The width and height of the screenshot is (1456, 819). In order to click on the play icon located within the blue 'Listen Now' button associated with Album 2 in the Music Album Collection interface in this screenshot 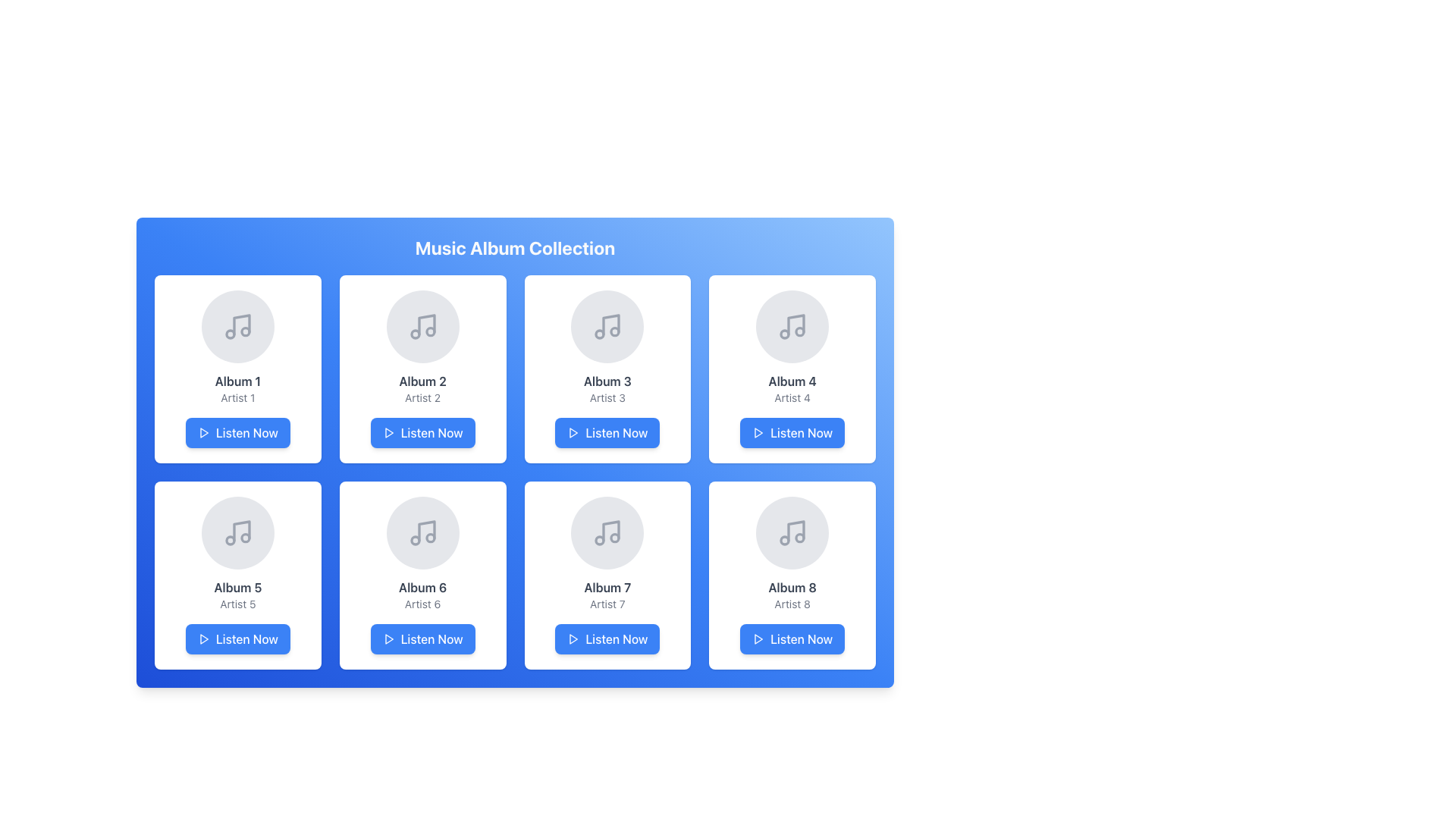, I will do `click(389, 432)`.